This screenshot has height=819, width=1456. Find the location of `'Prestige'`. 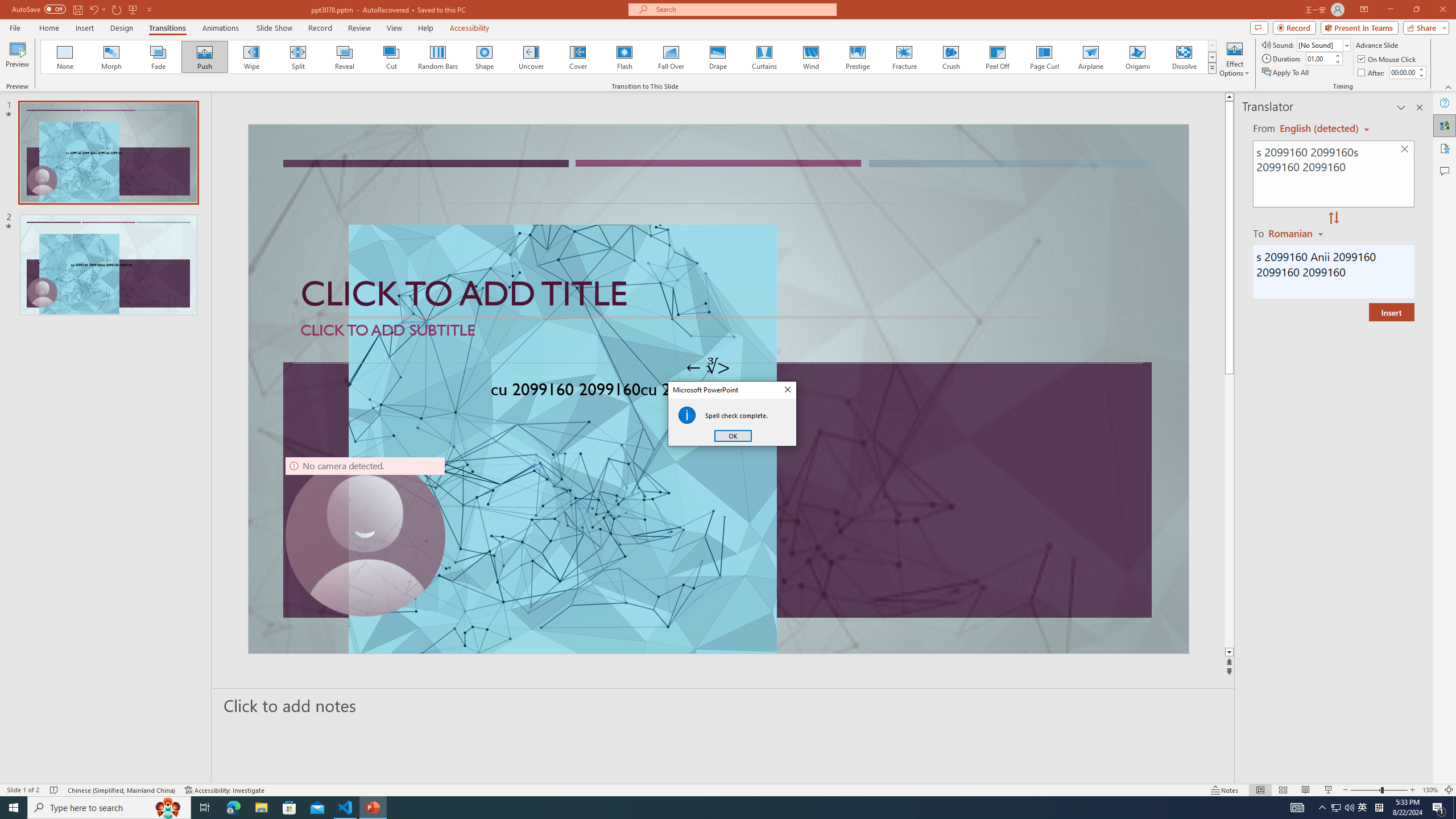

'Prestige' is located at coordinates (857, 56).